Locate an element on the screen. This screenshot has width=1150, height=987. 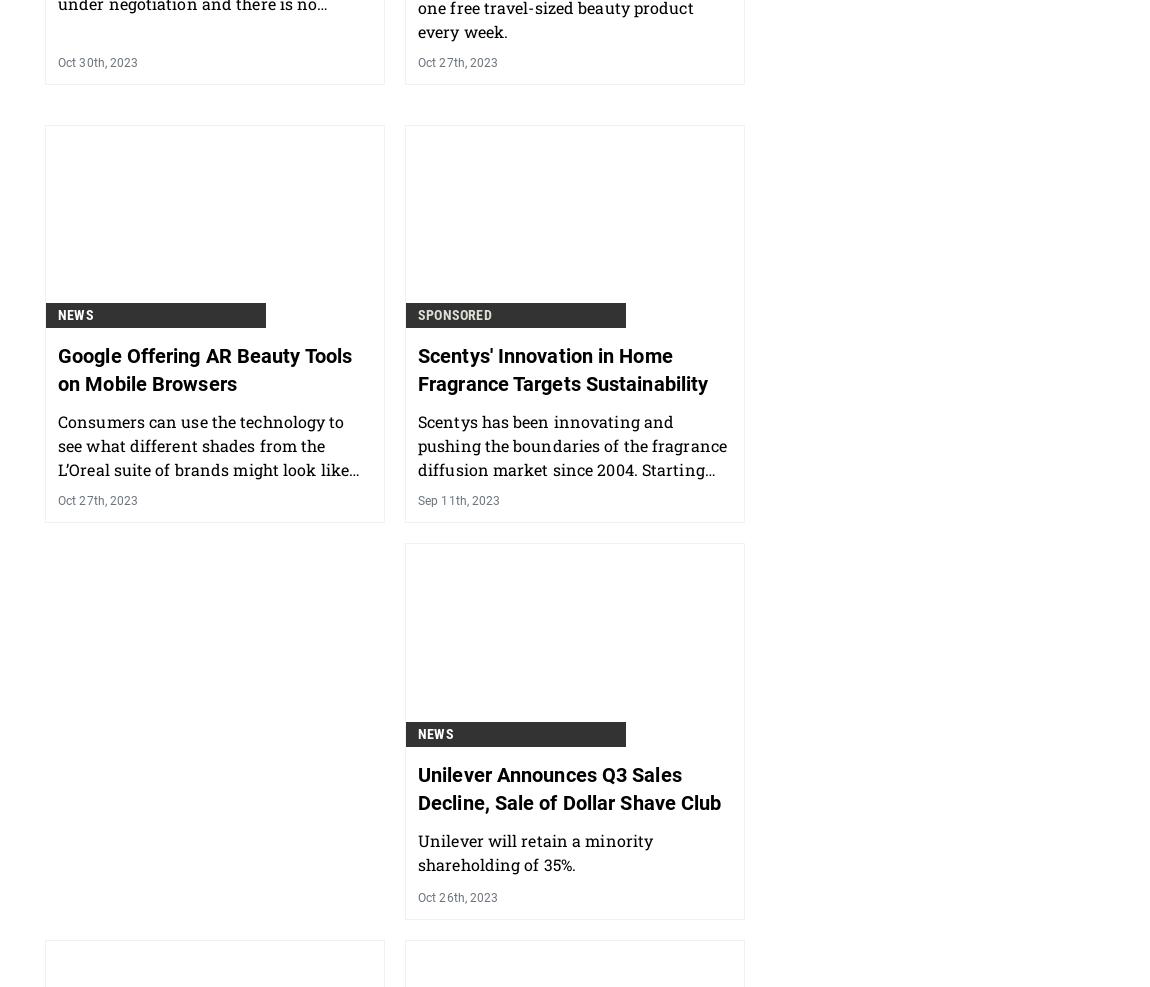
'Unilever will retain a minority shareholding of 35%.' is located at coordinates (535, 956).